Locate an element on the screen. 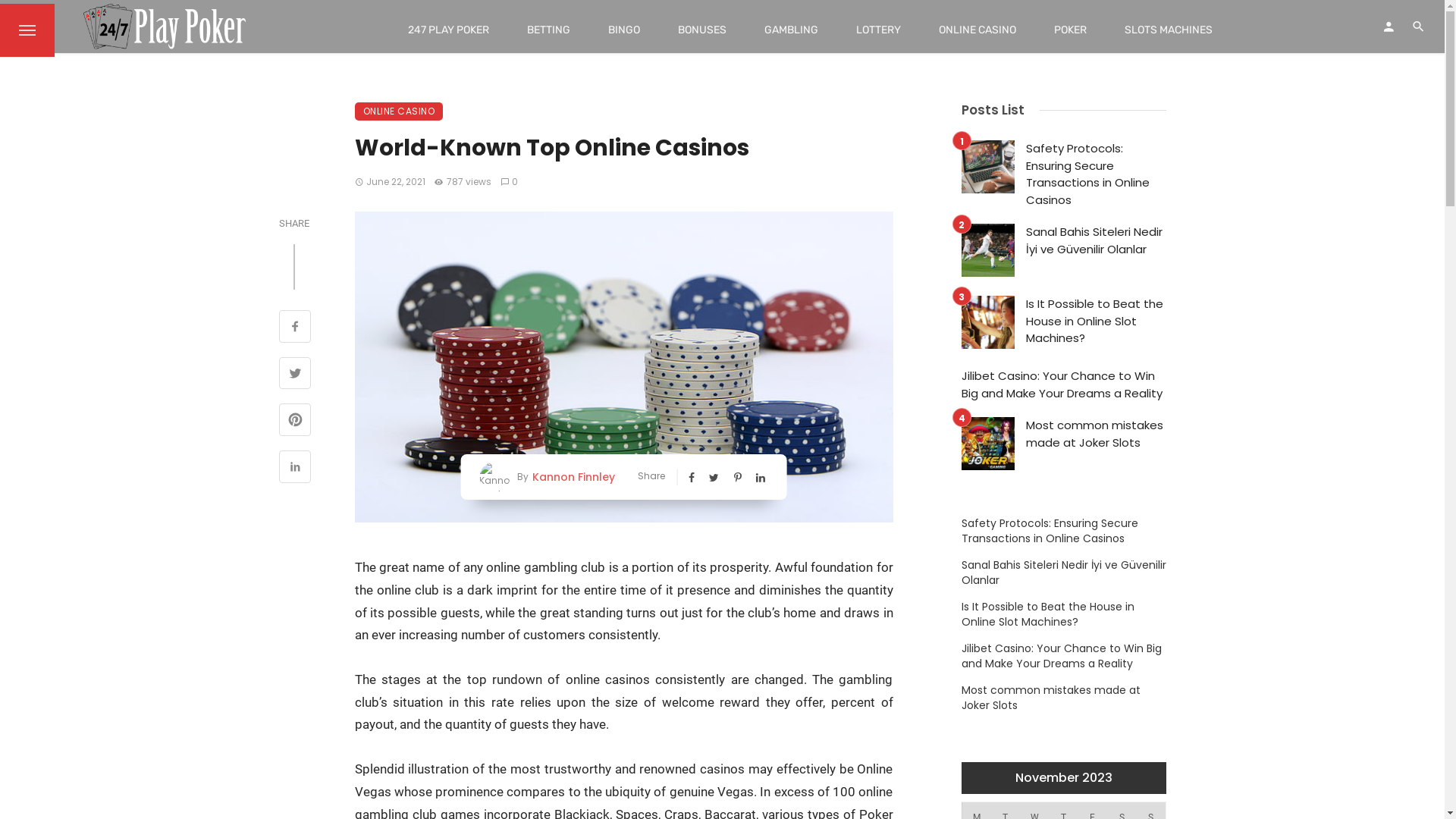 This screenshot has height=819, width=1456. 'BETTING' is located at coordinates (508, 30).